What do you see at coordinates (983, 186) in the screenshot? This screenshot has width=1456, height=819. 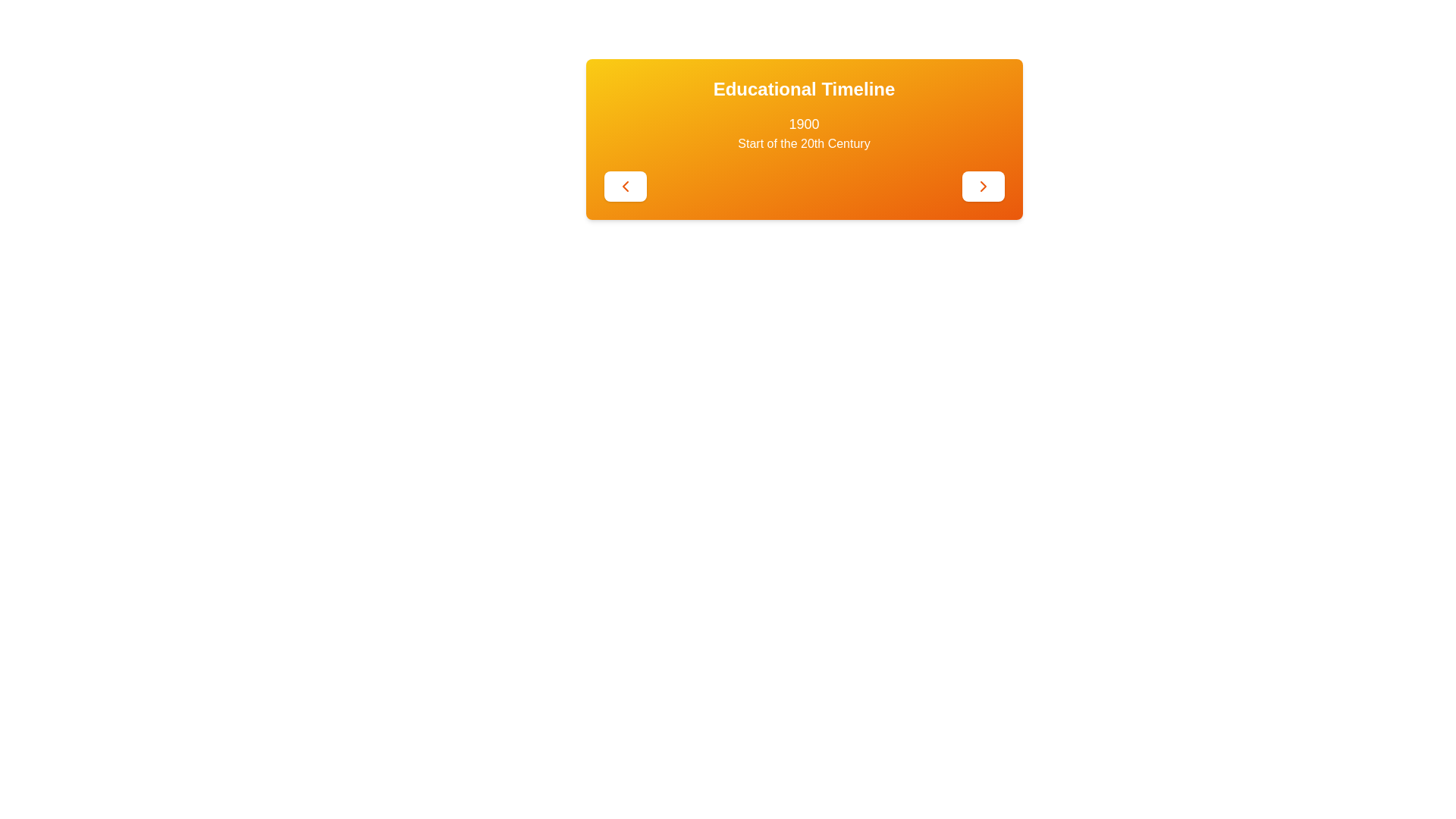 I see `the right-facing chevron icon located inside a white button on the far right side of the orange panel` at bounding box center [983, 186].